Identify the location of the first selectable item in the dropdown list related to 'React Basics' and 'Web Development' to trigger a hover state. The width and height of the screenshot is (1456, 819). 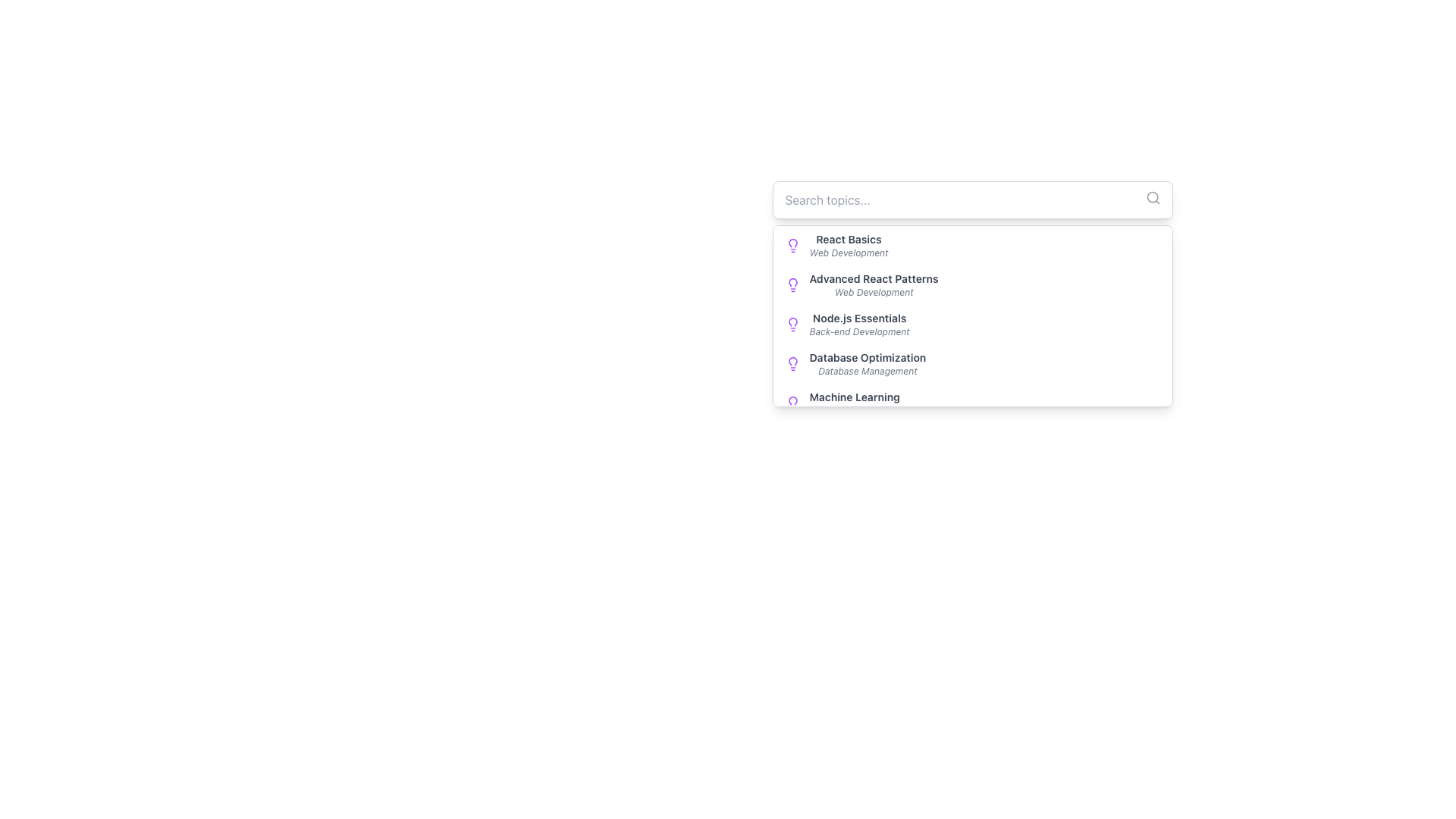
(972, 245).